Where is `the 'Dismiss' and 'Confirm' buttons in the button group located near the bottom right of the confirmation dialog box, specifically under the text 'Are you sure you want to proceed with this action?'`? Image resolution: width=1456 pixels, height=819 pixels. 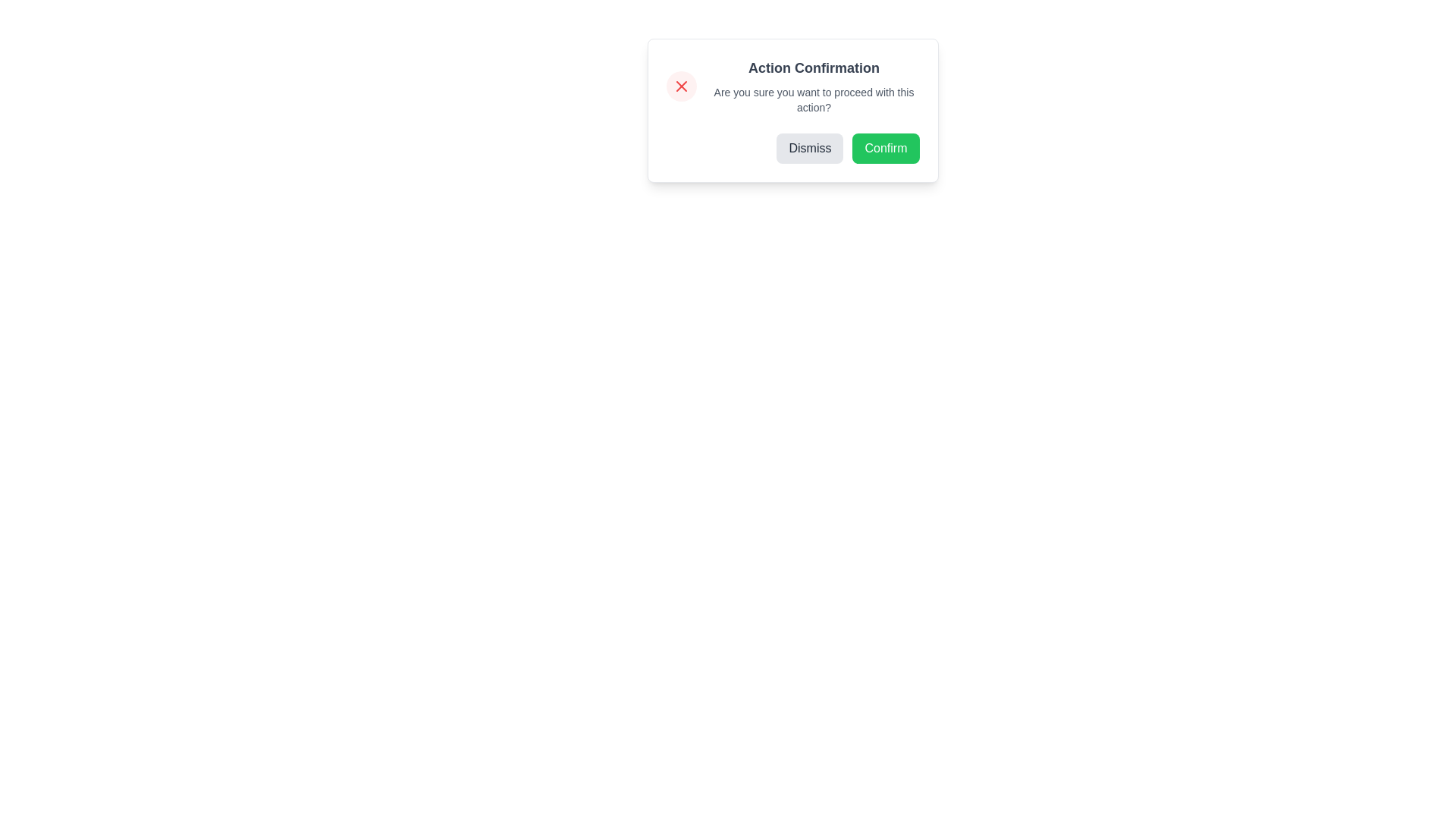
the 'Dismiss' and 'Confirm' buttons in the button group located near the bottom right of the confirmation dialog box, specifically under the text 'Are you sure you want to proceed with this action?' is located at coordinates (792, 149).